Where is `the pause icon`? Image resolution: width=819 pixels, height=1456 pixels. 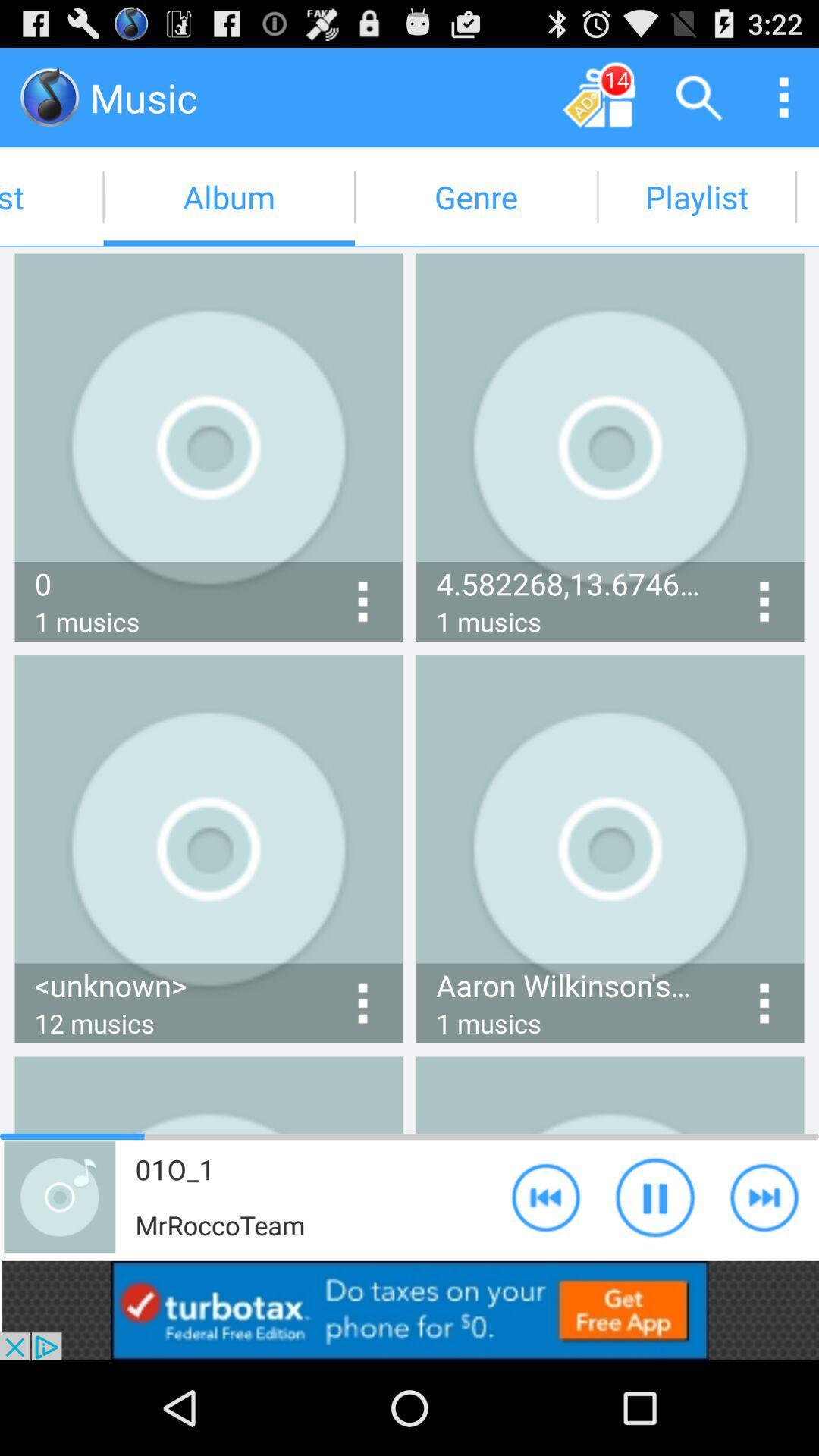
the pause icon is located at coordinates (654, 1280).